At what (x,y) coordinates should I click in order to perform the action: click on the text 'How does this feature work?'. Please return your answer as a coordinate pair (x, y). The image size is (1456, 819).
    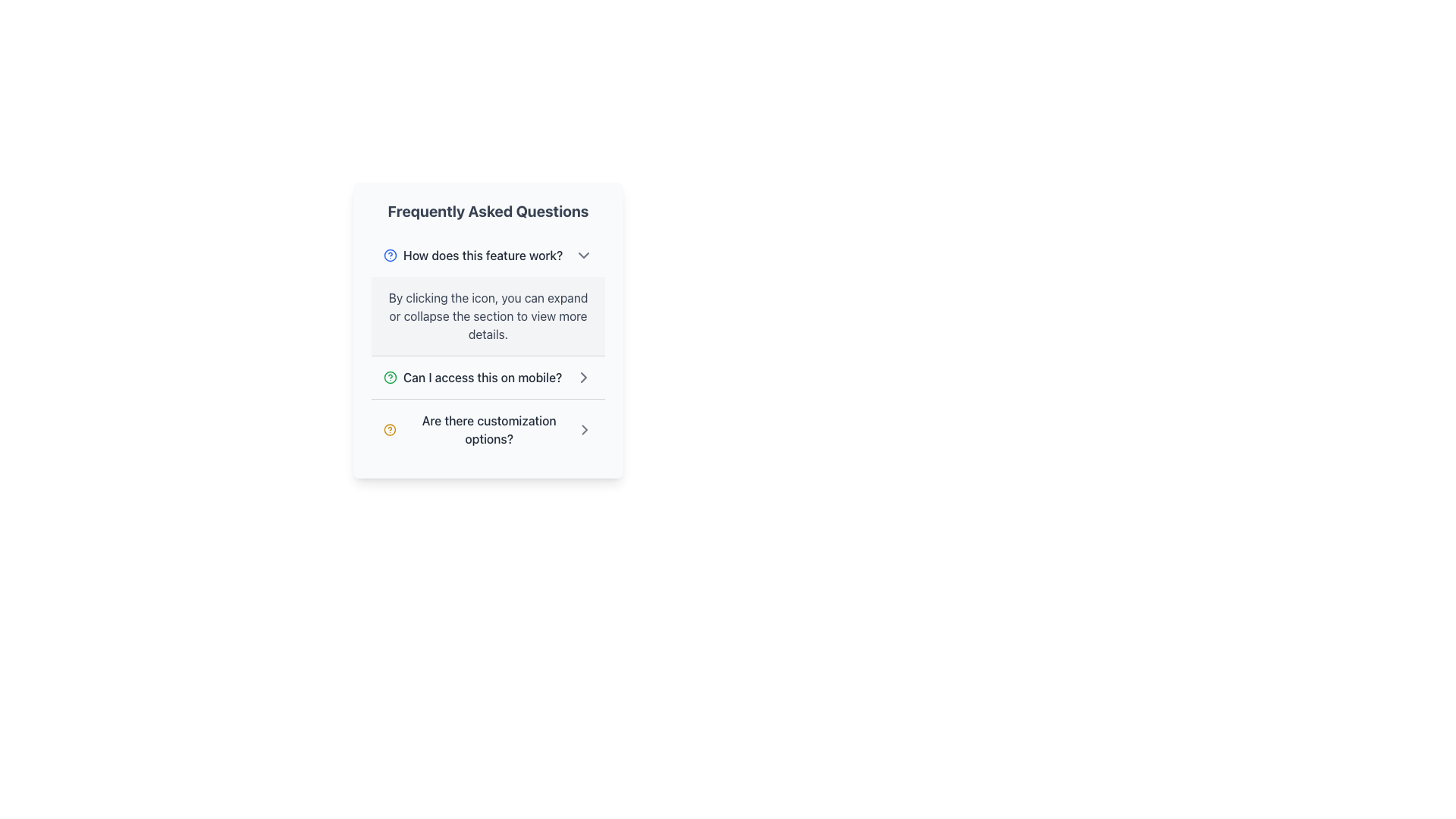
    Looking at the image, I should click on (472, 254).